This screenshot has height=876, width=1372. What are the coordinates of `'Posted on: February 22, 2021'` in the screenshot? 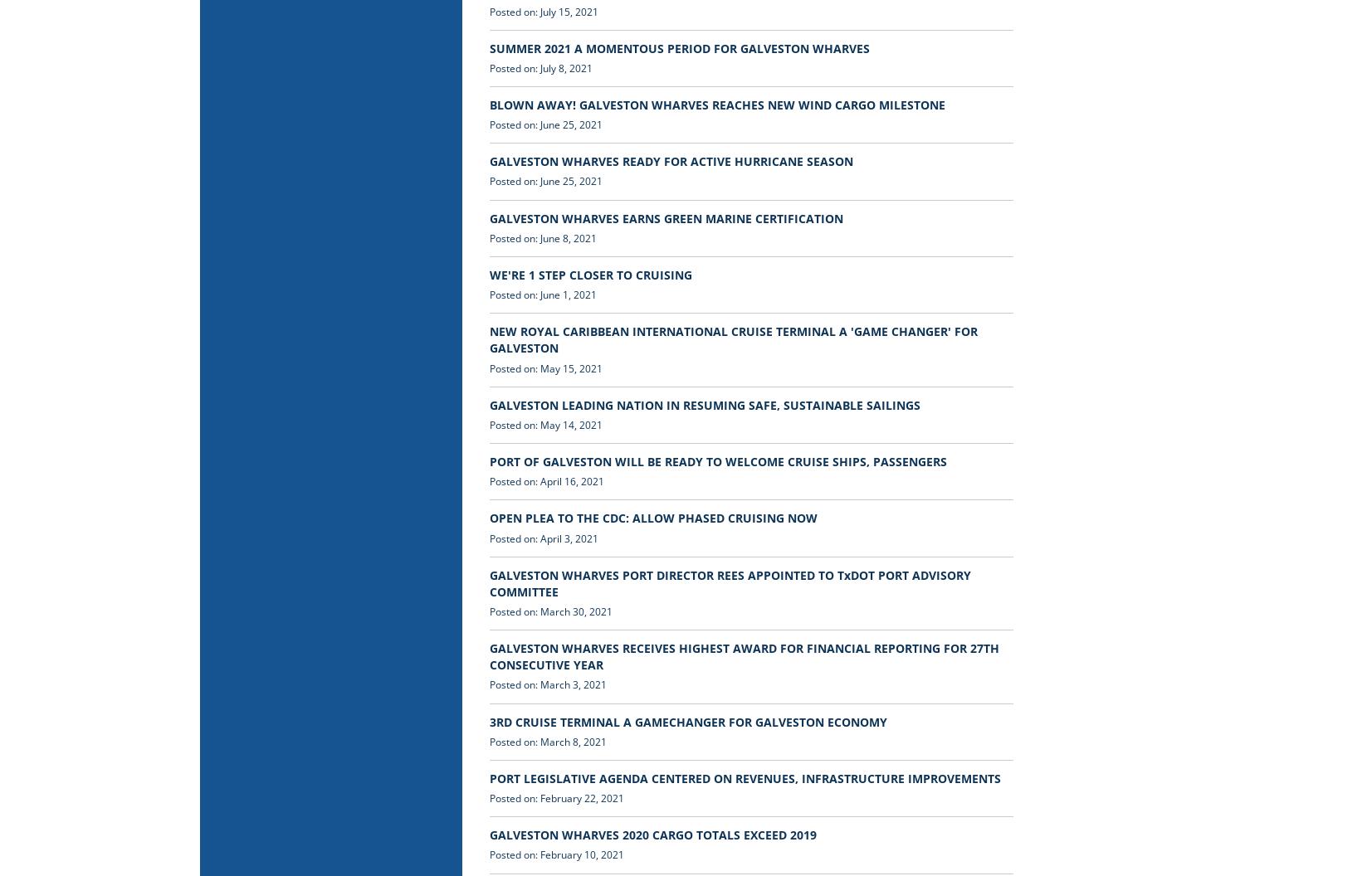 It's located at (488, 798).